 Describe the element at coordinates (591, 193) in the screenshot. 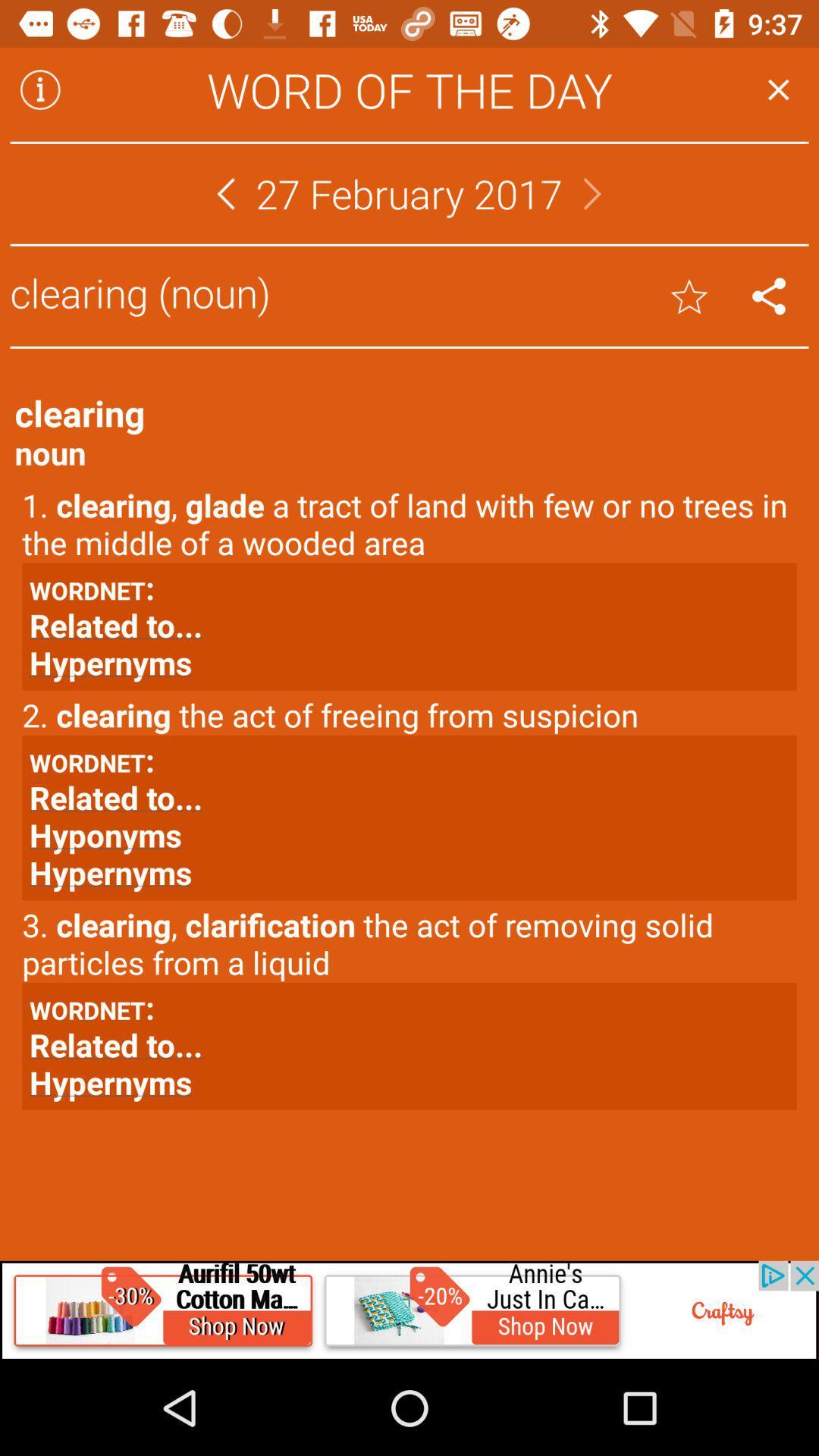

I see `going next date` at that location.